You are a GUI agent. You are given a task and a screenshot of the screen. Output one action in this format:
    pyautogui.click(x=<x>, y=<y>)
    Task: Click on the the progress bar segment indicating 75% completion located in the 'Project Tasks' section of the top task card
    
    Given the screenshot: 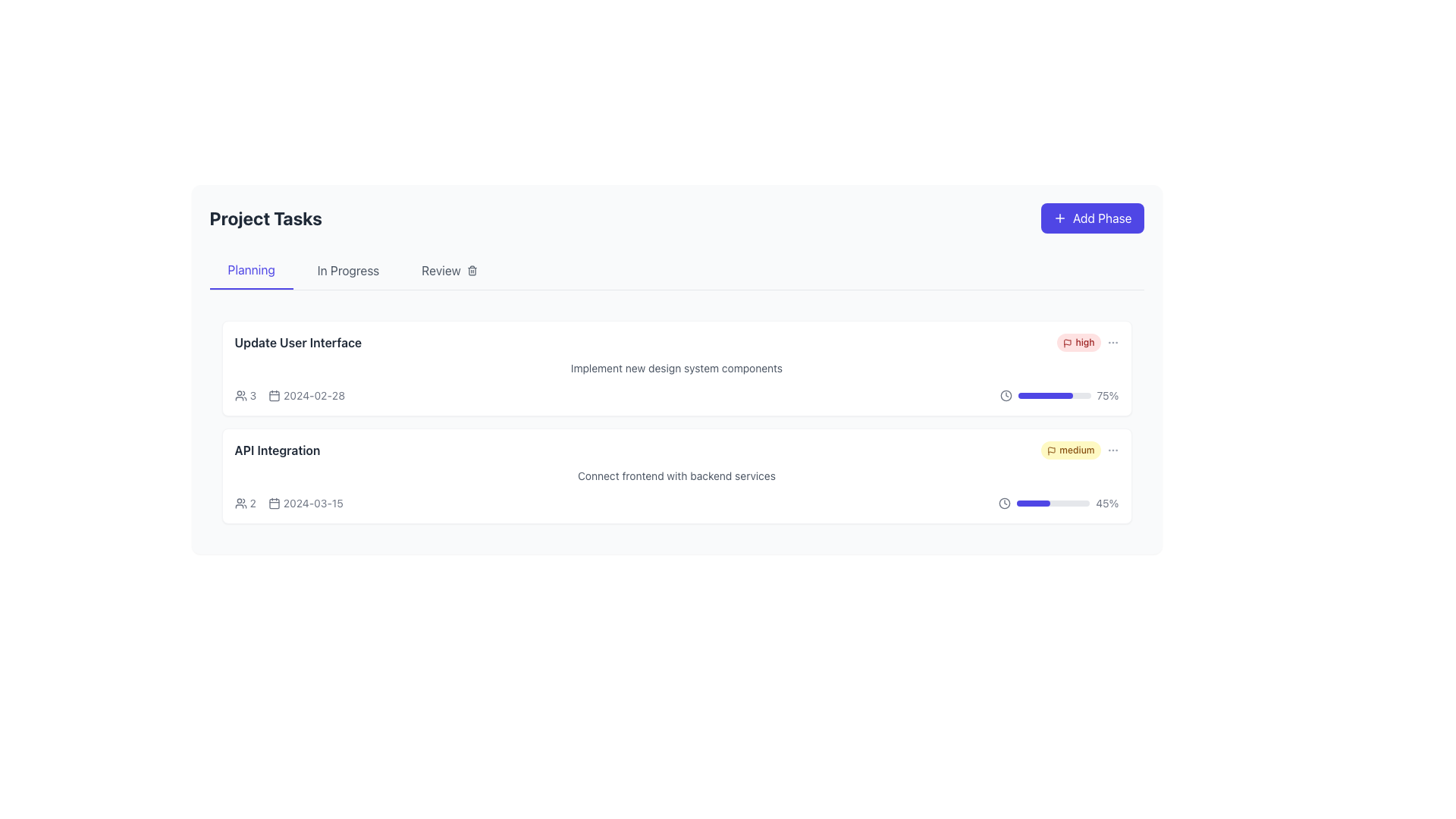 What is the action you would take?
    pyautogui.click(x=1044, y=394)
    